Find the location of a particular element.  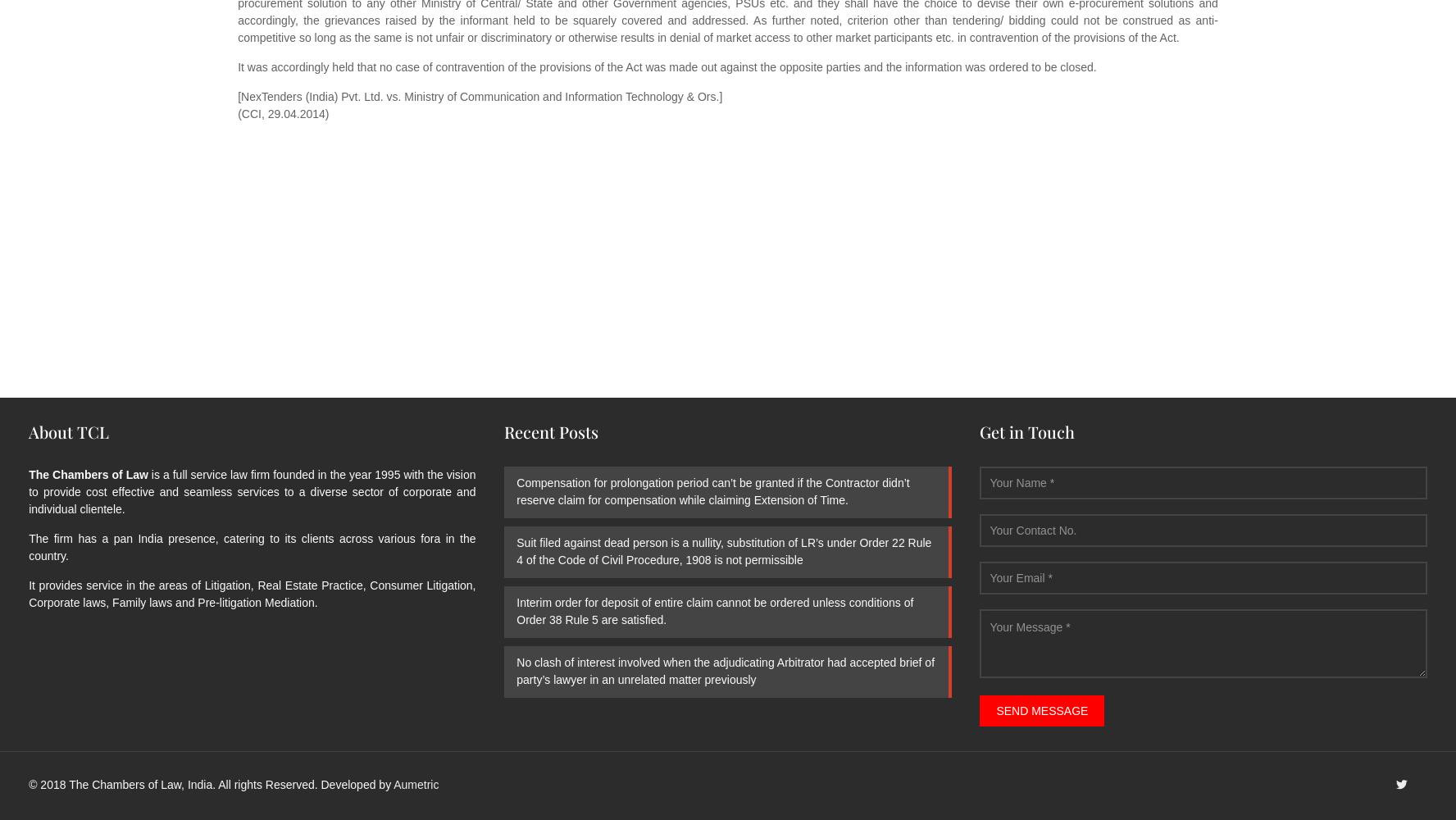

'Recent Posts' is located at coordinates (551, 431).